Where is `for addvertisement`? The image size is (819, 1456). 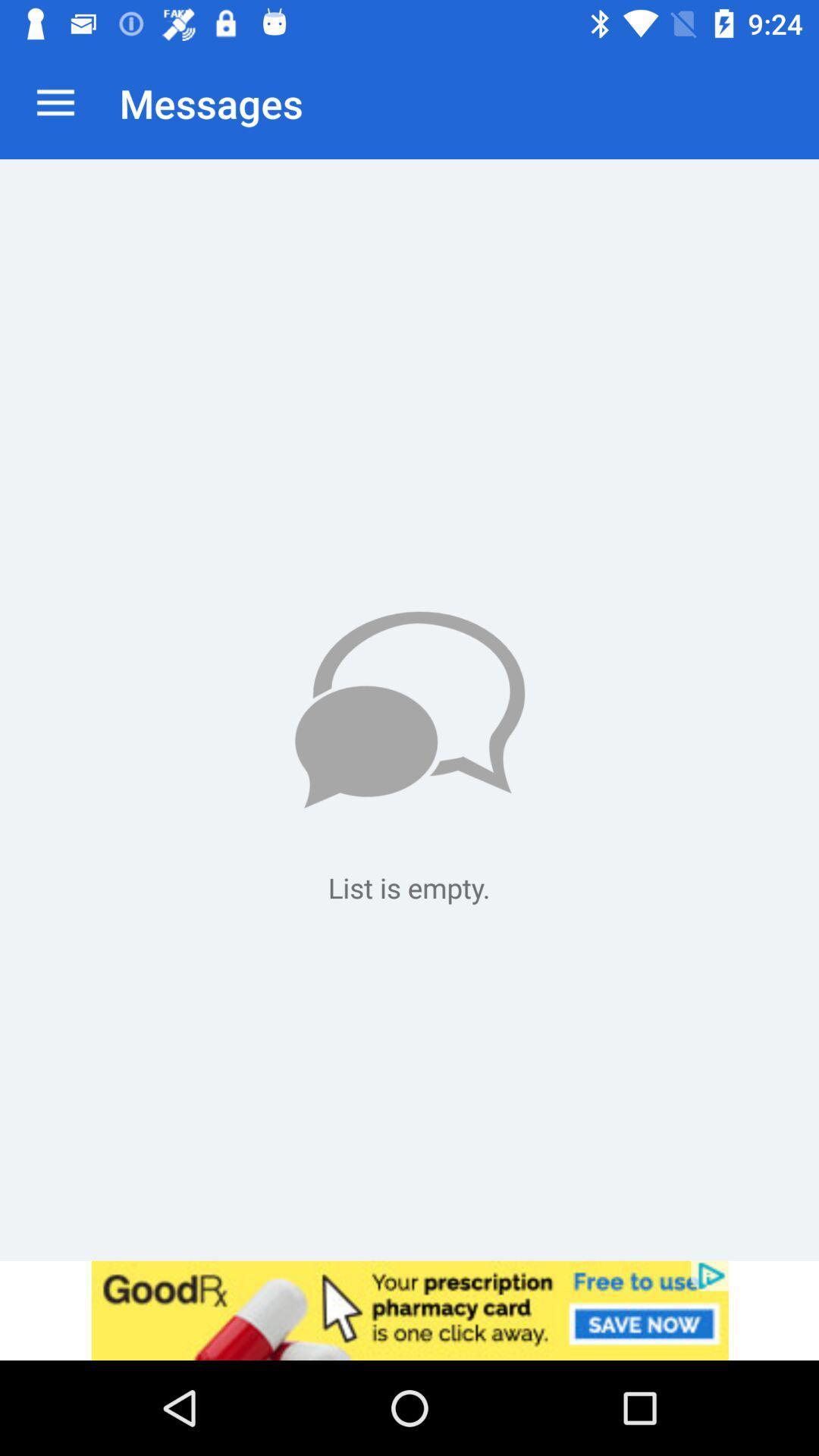
for addvertisement is located at coordinates (409, 1310).